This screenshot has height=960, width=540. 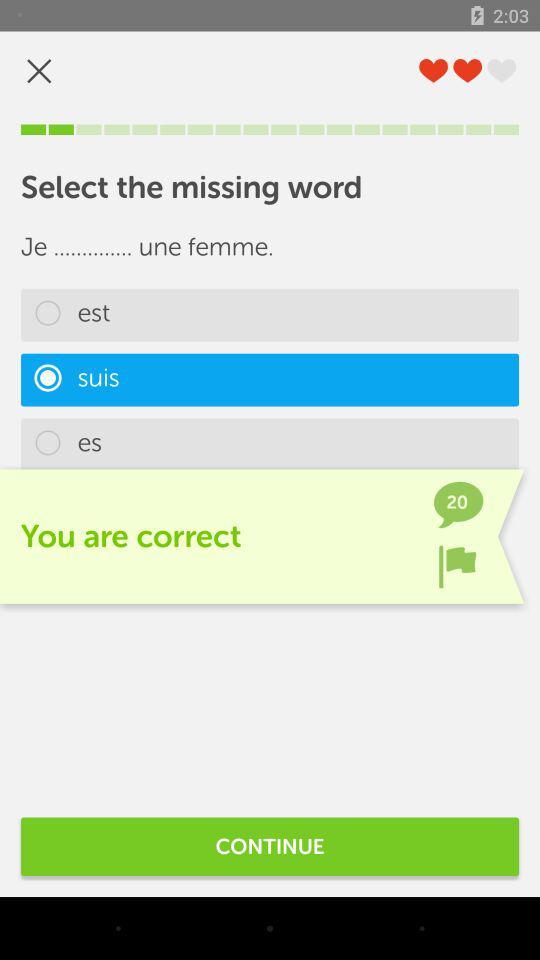 I want to click on exit current screen, so click(x=39, y=71).